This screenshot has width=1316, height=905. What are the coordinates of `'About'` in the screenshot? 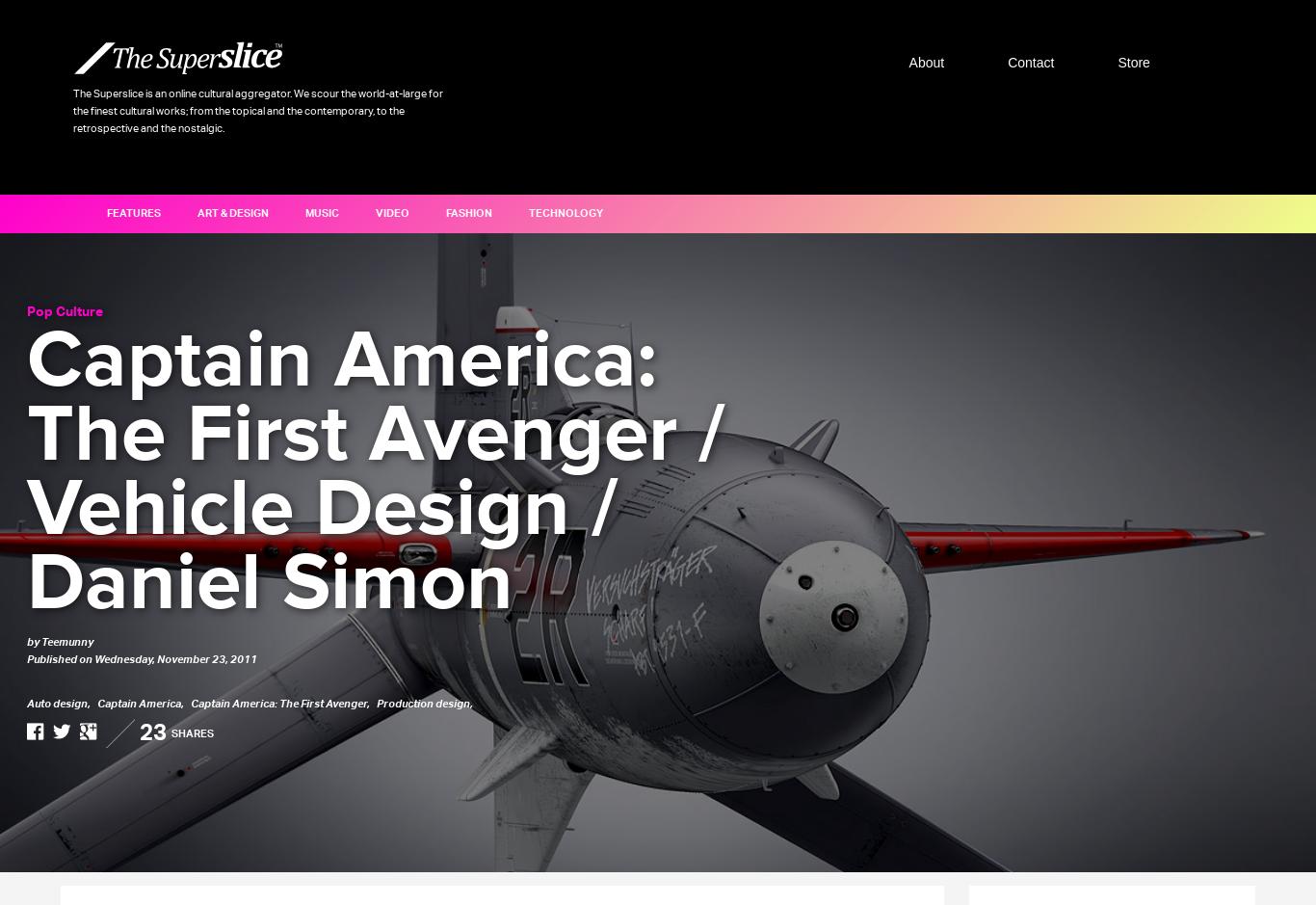 It's located at (908, 61).